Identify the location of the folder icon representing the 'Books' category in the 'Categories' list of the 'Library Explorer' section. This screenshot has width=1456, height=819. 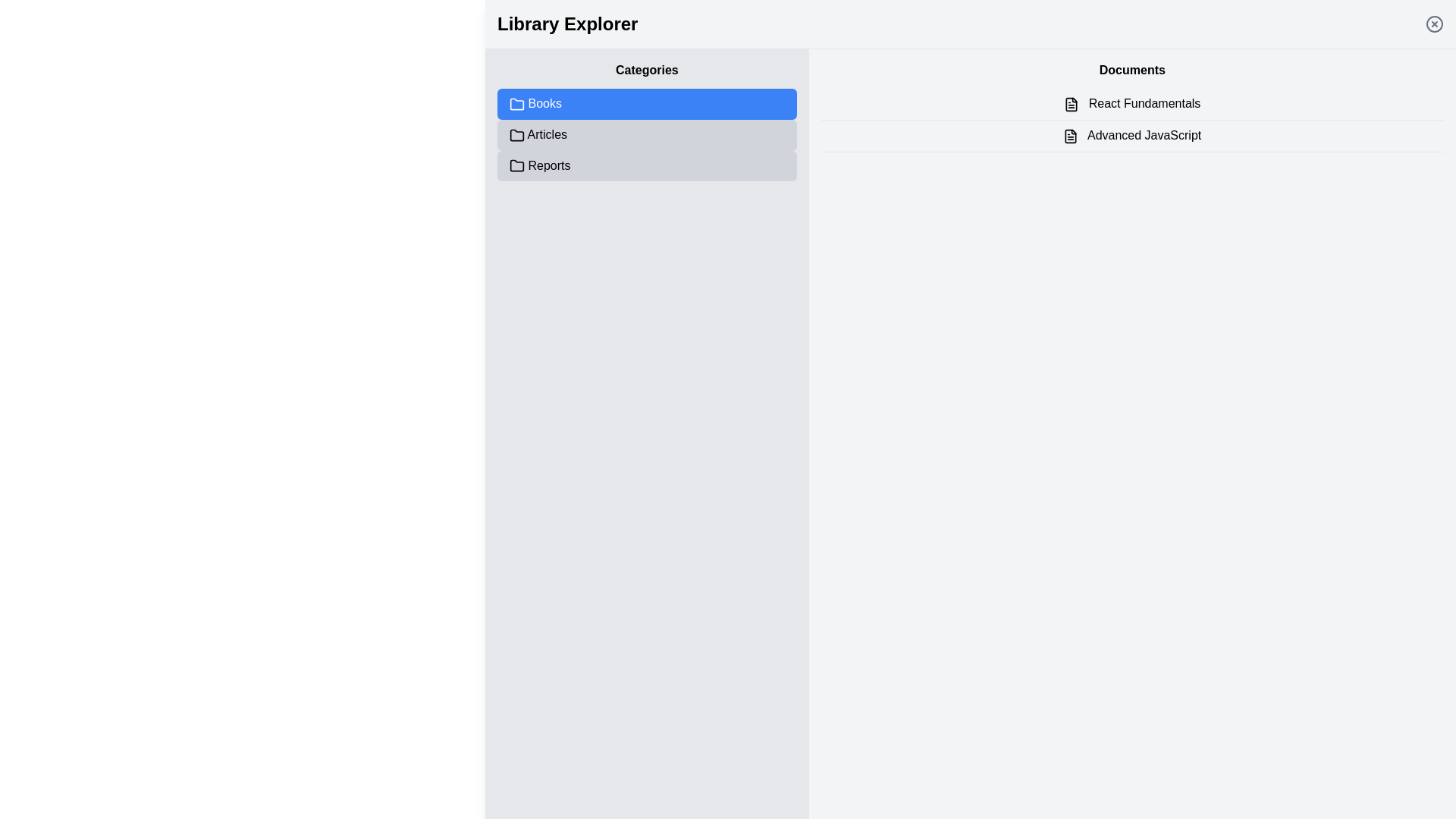
(516, 103).